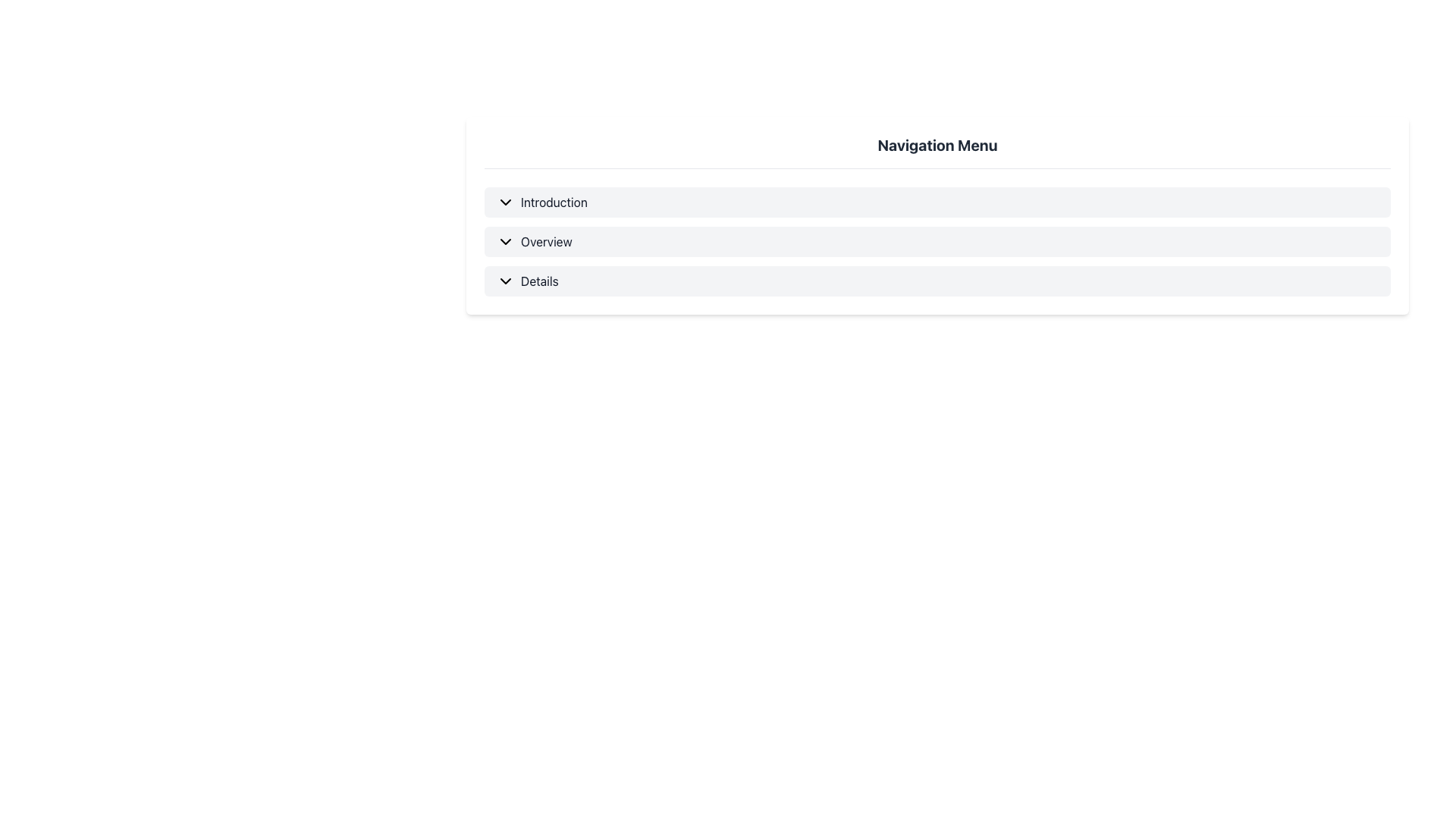 This screenshot has height=819, width=1456. Describe the element at coordinates (546, 241) in the screenshot. I see `the 'Overview' interactive link in the navigation menu` at that location.